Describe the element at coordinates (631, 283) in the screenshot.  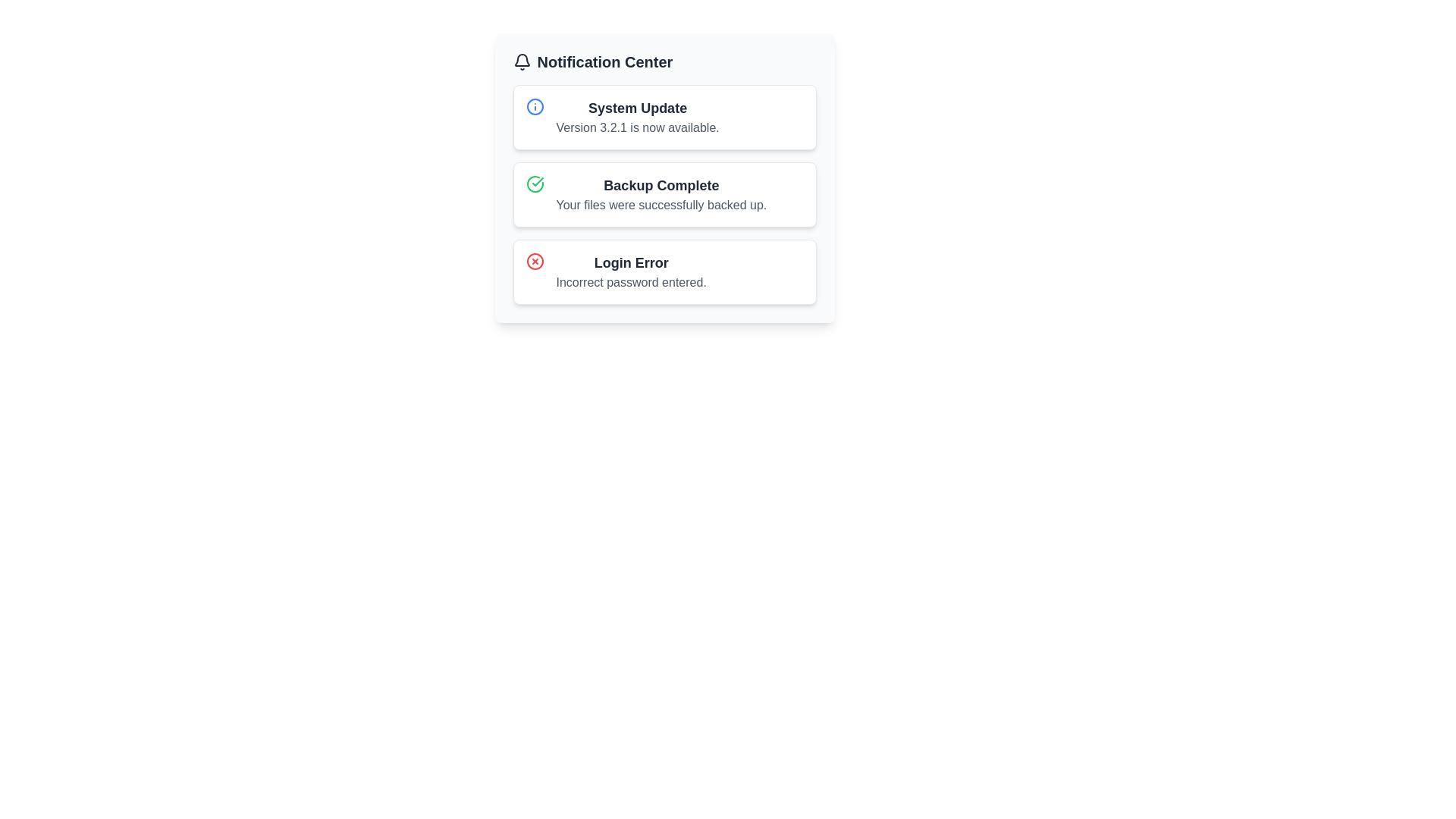
I see `error message displayed in the static text indicating that the password entered is incorrect, located below the 'Login Error' text in the third notification card under the 'Notification Center'` at that location.